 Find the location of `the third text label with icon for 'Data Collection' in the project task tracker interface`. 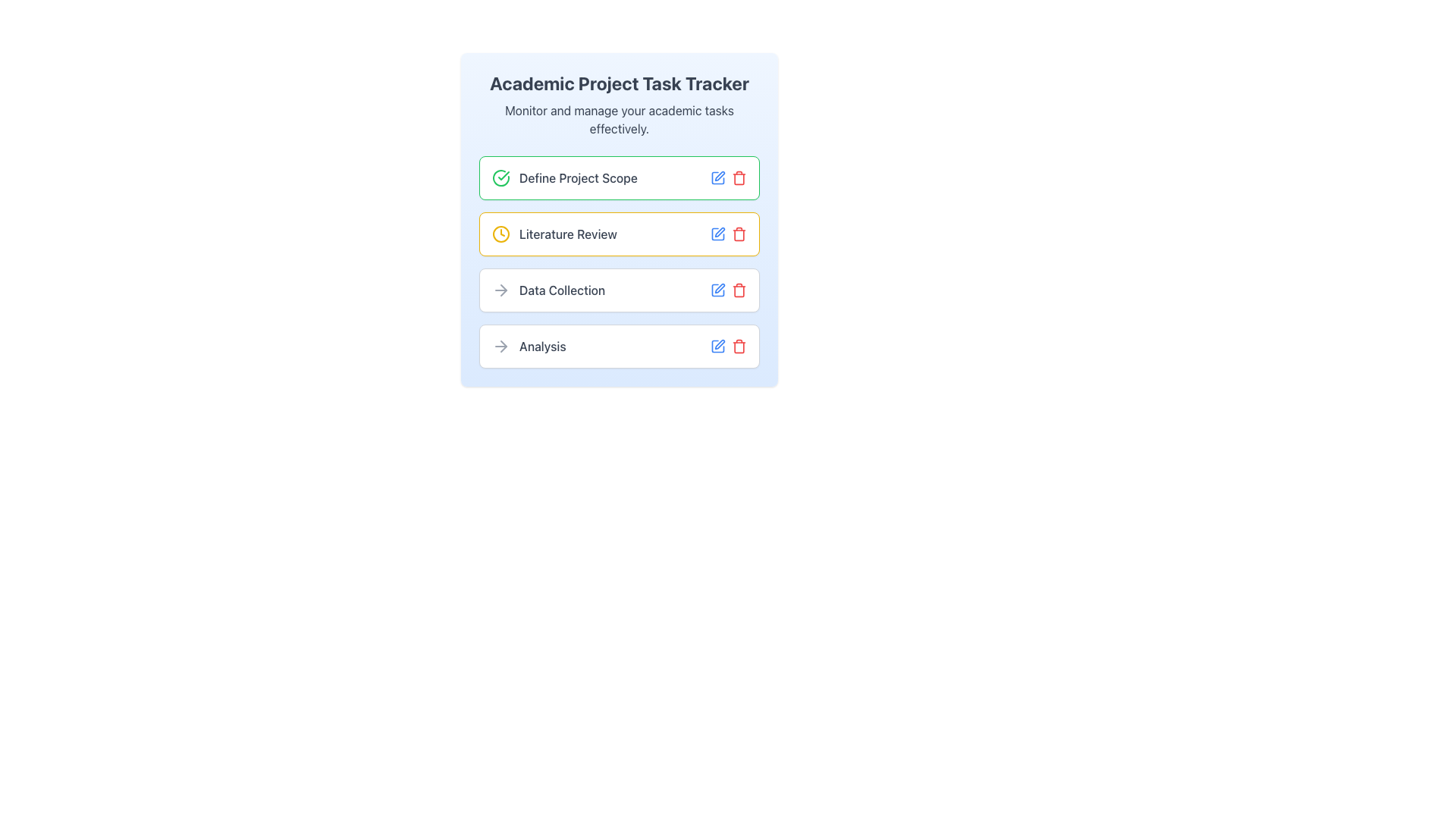

the third text label with icon for 'Data Collection' in the project task tracker interface is located at coordinates (548, 290).